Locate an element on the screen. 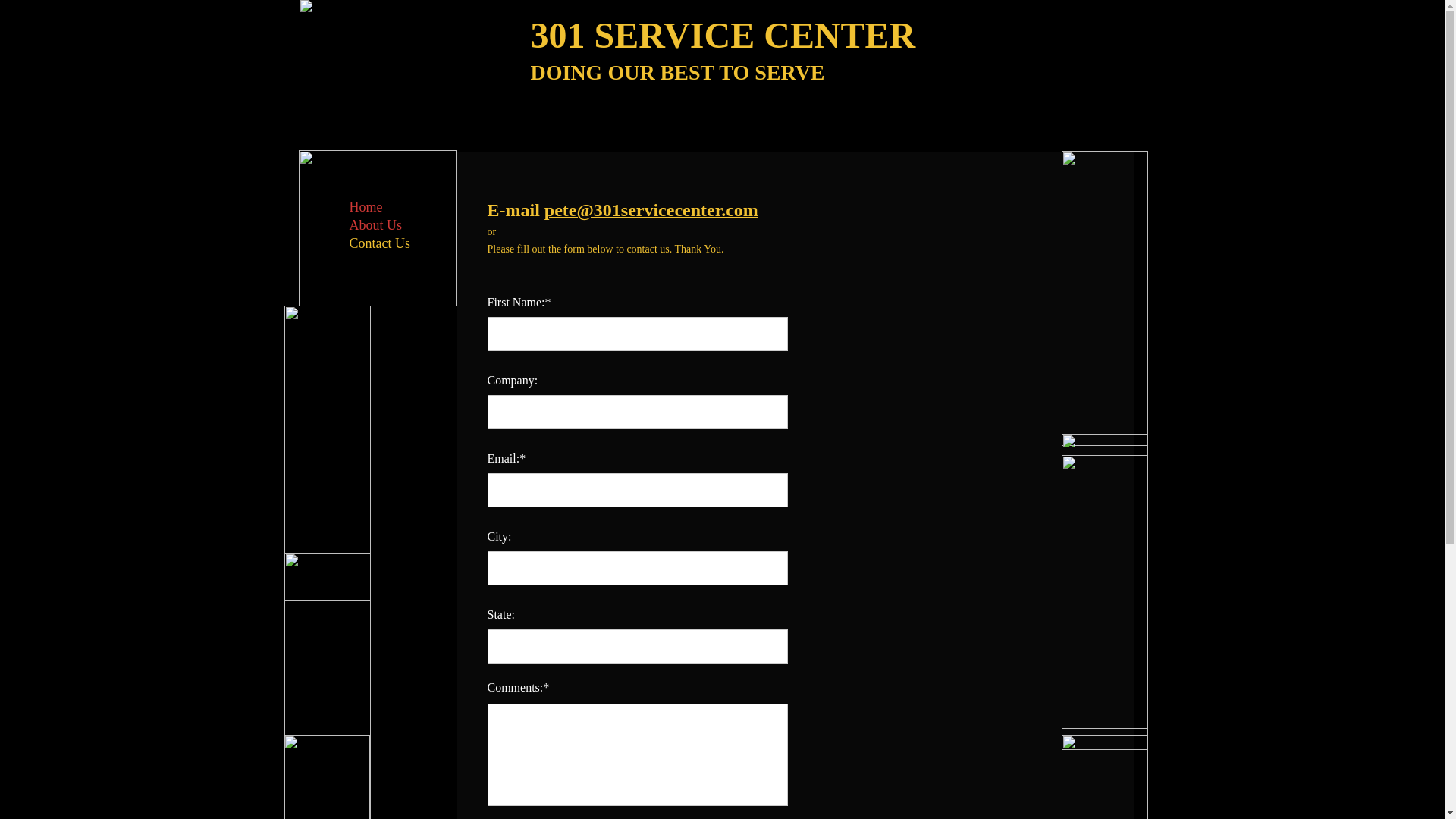 This screenshot has width=1456, height=819. 'original.jpg' is located at coordinates (1105, 298).